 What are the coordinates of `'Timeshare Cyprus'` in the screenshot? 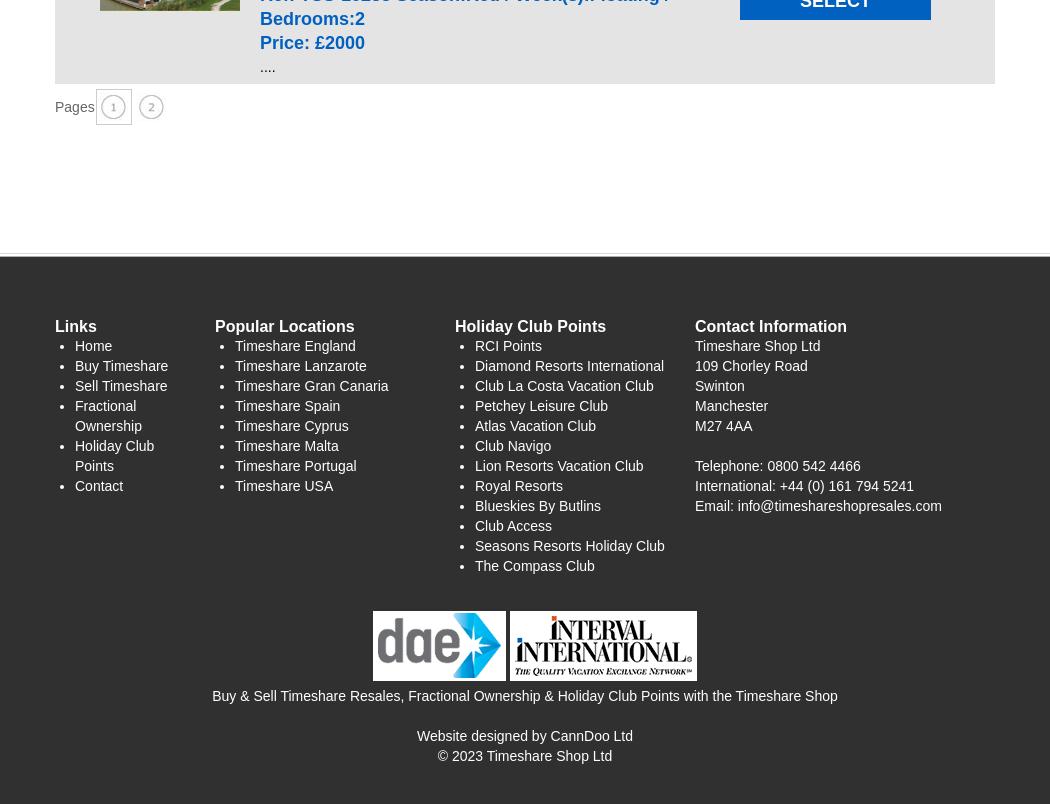 It's located at (234, 424).